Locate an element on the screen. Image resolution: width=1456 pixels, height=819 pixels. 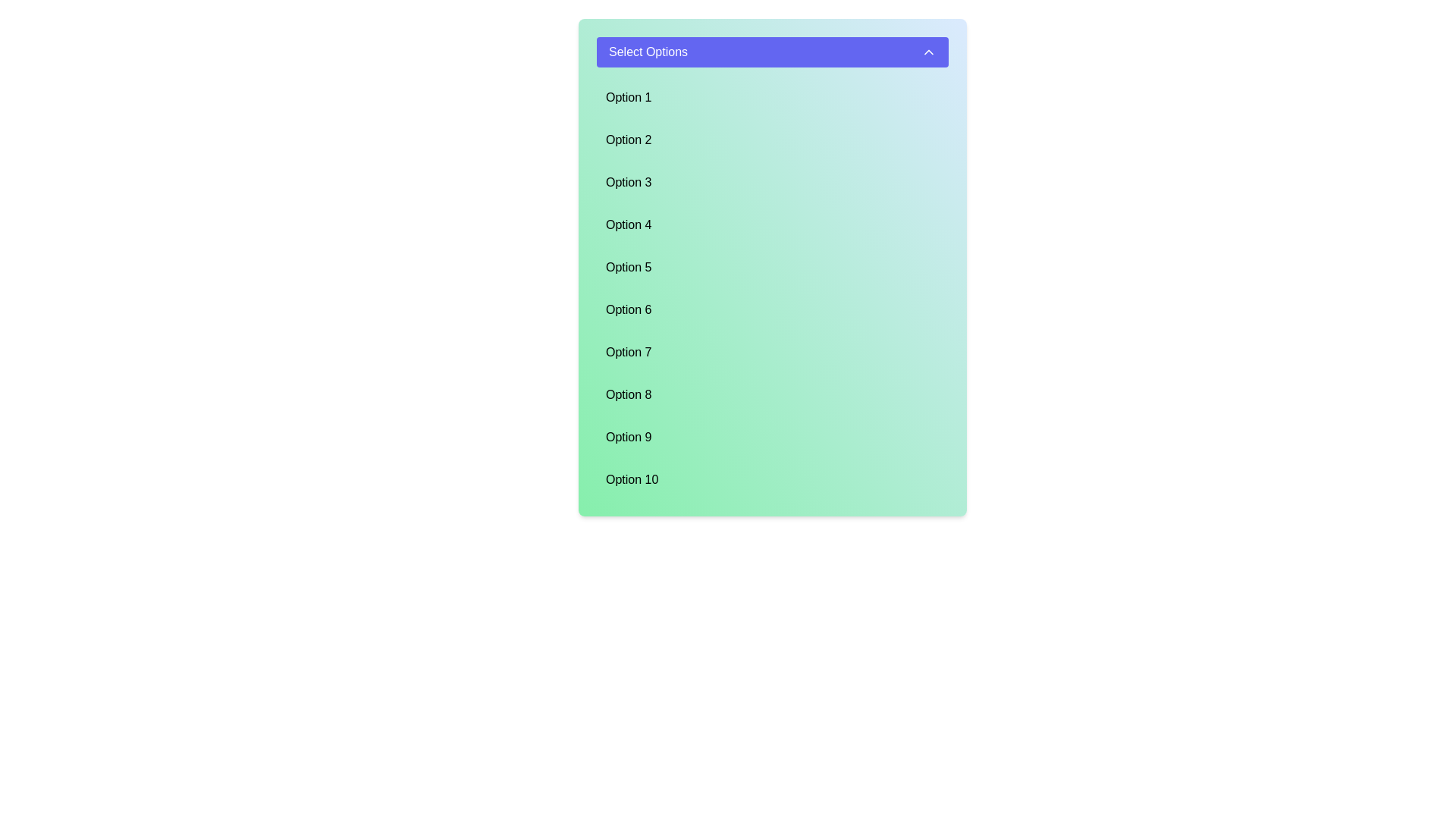
the selectable option 'Option 3' in the dropdown menu is located at coordinates (629, 181).